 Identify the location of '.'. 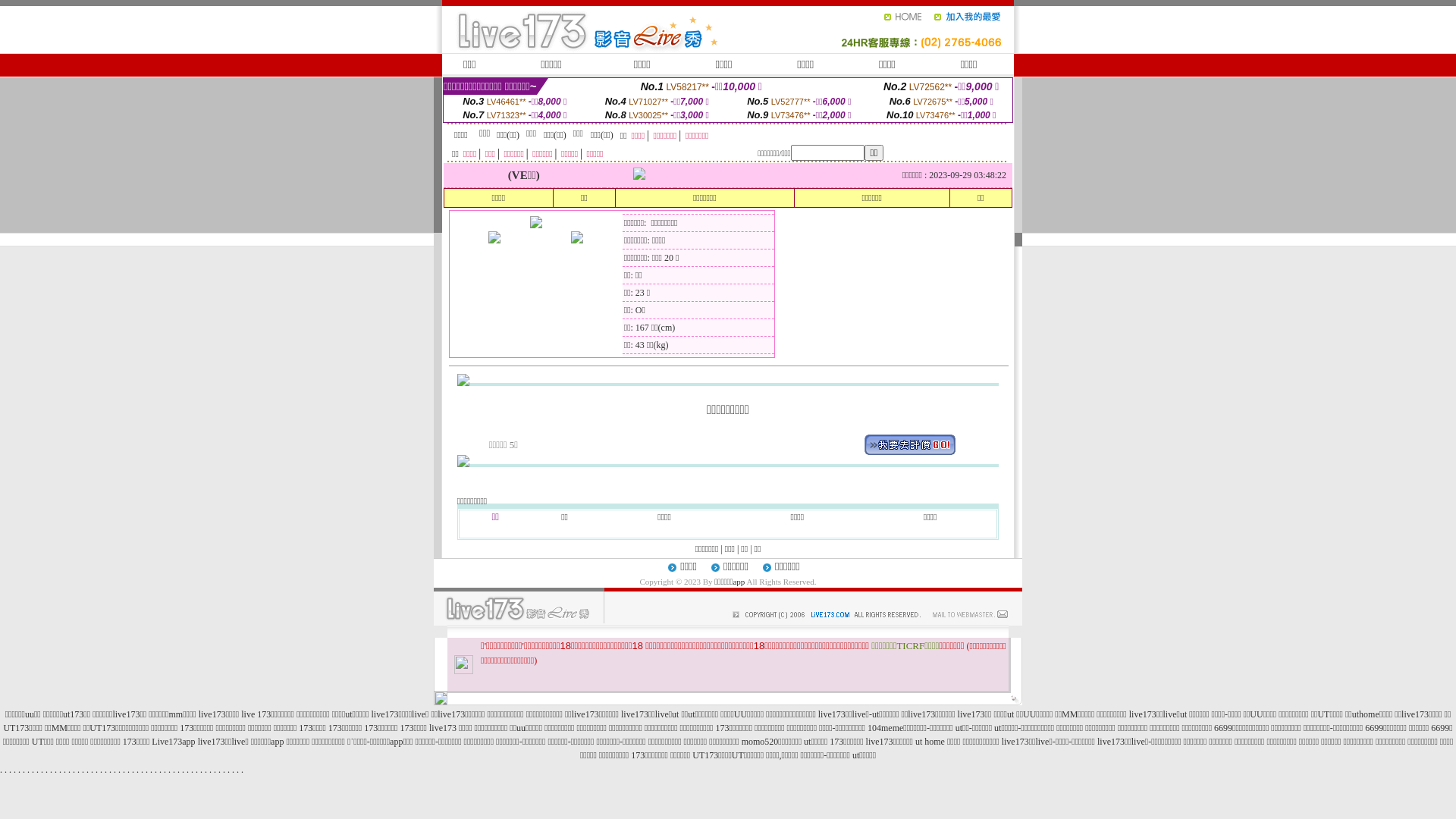
(146, 769).